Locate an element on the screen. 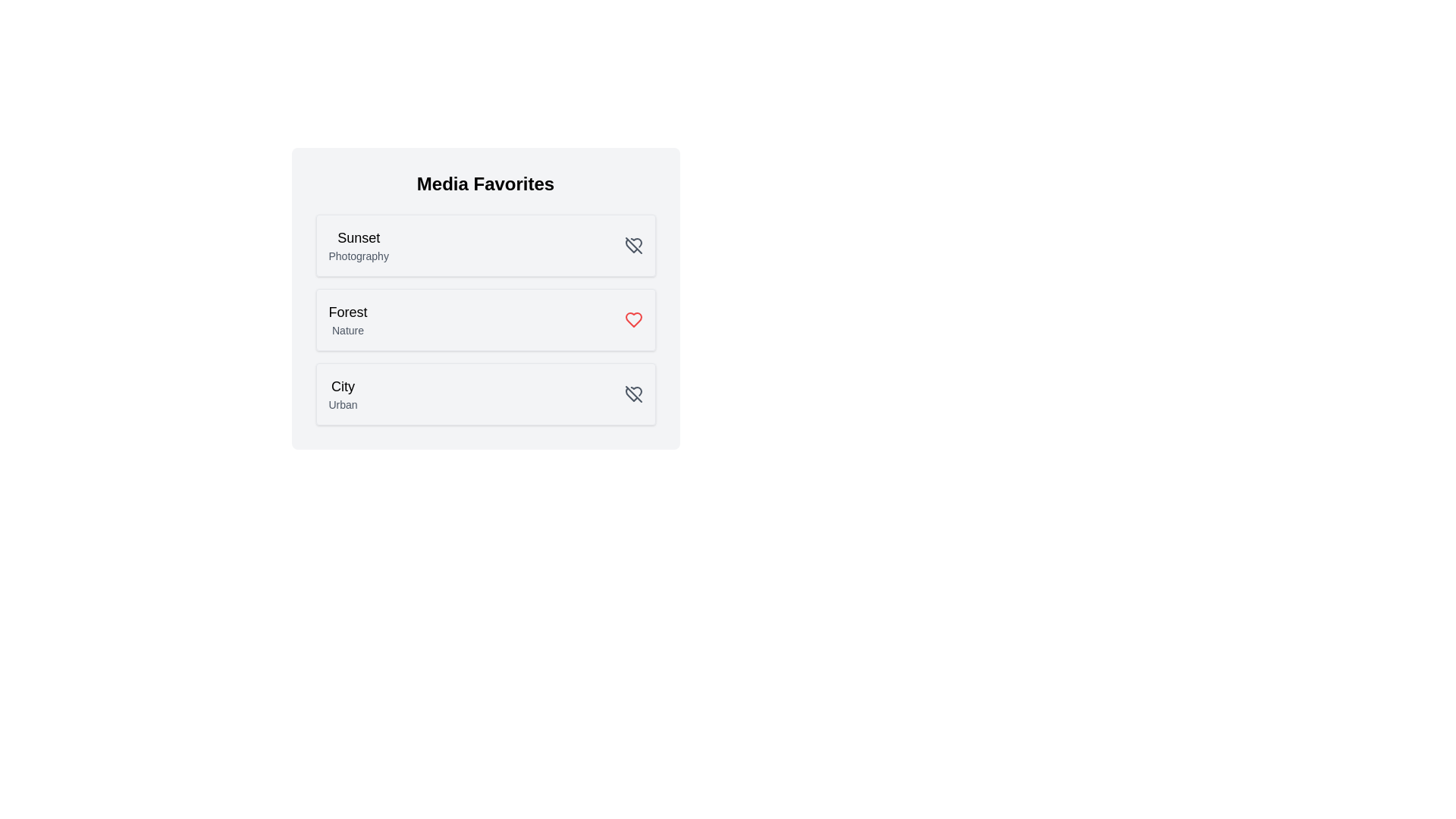 Image resolution: width=1456 pixels, height=819 pixels. the media item with name Sunset to read its name and category is located at coordinates (358, 237).